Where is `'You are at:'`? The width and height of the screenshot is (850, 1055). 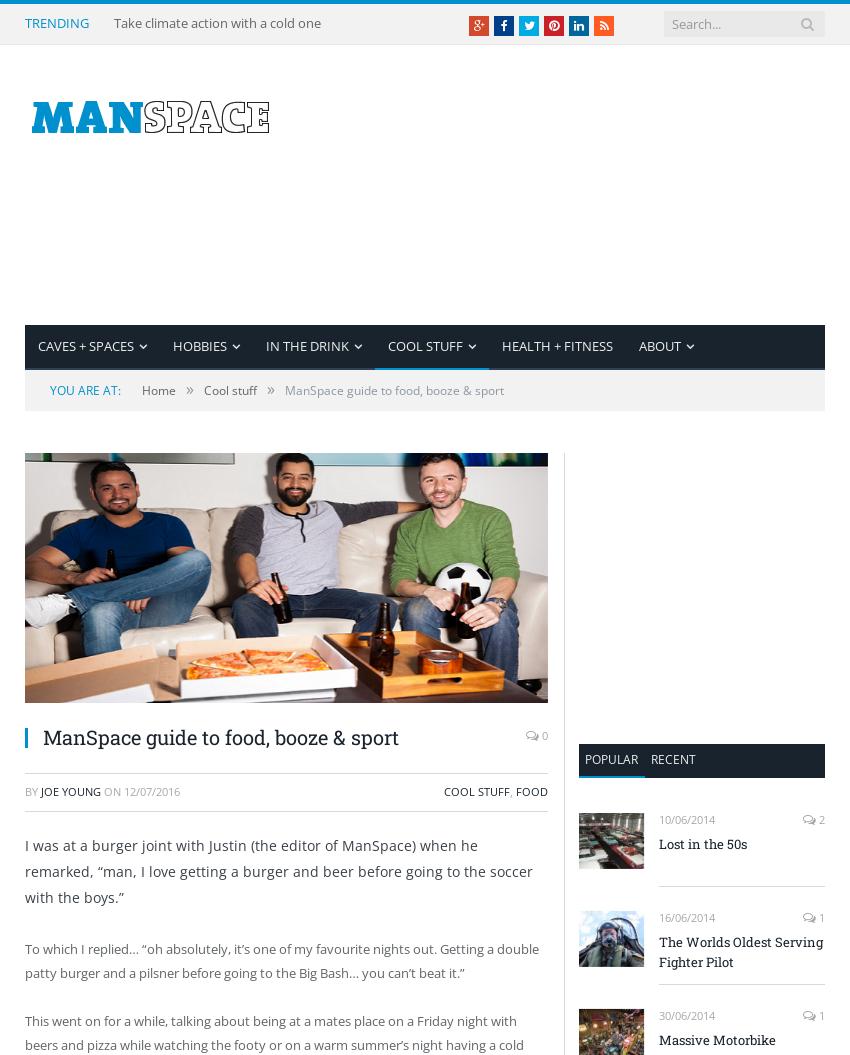
'You are at:' is located at coordinates (85, 390).